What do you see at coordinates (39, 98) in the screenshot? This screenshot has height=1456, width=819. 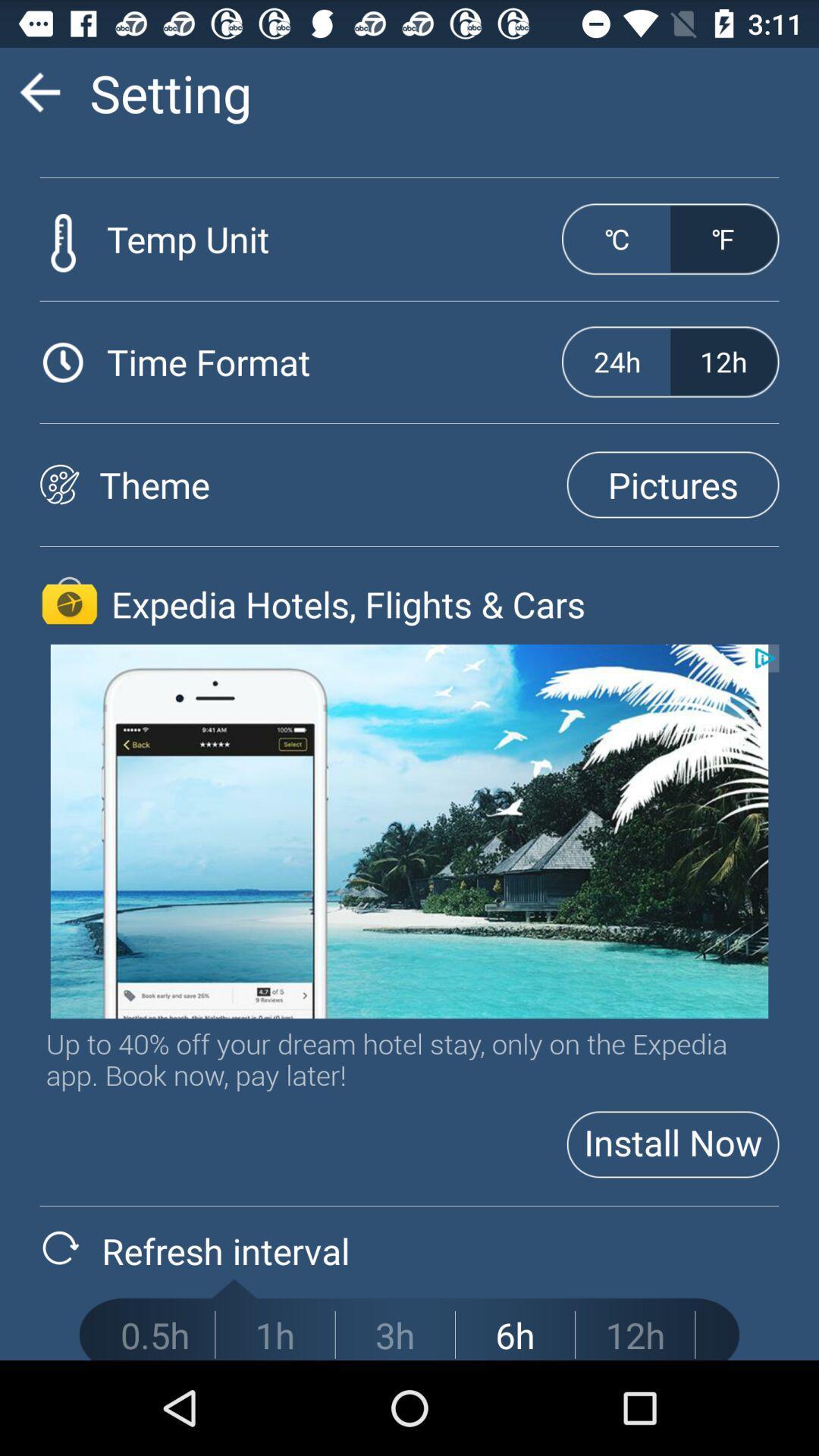 I see `the arrow_backward icon` at bounding box center [39, 98].